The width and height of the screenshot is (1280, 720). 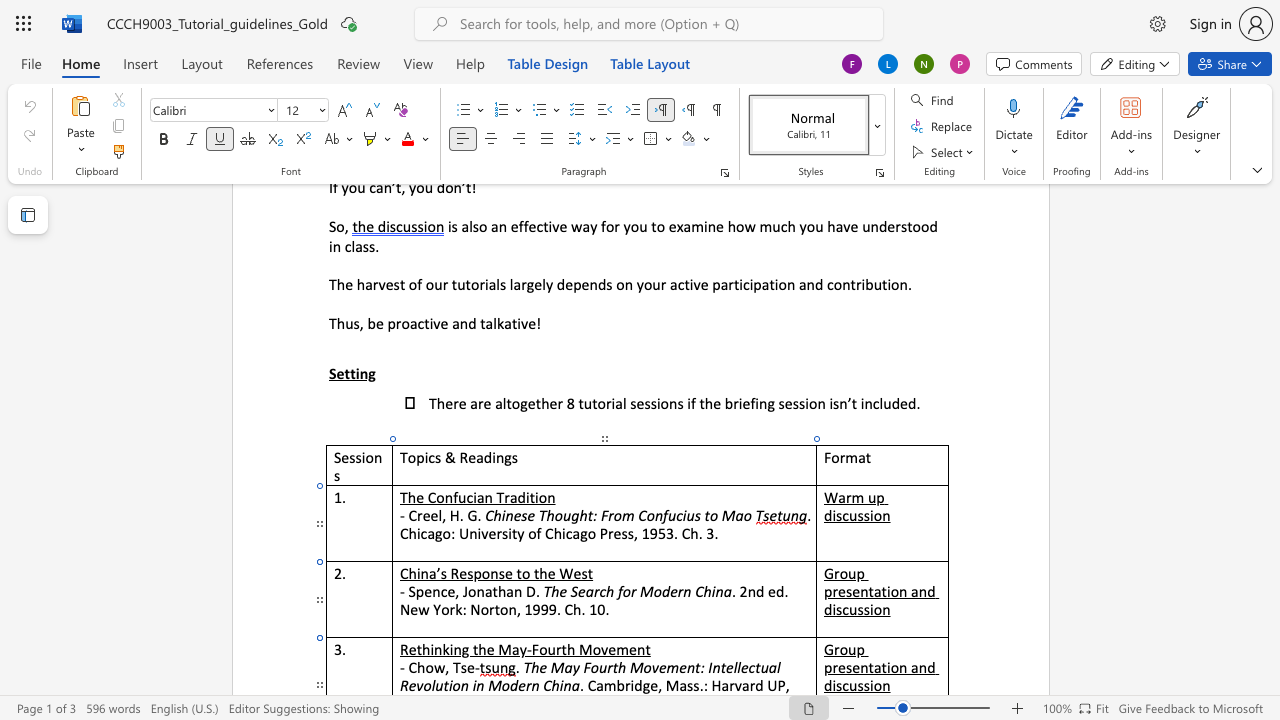 I want to click on the space between the continuous character "s" and "e" in the text, so click(x=466, y=667).